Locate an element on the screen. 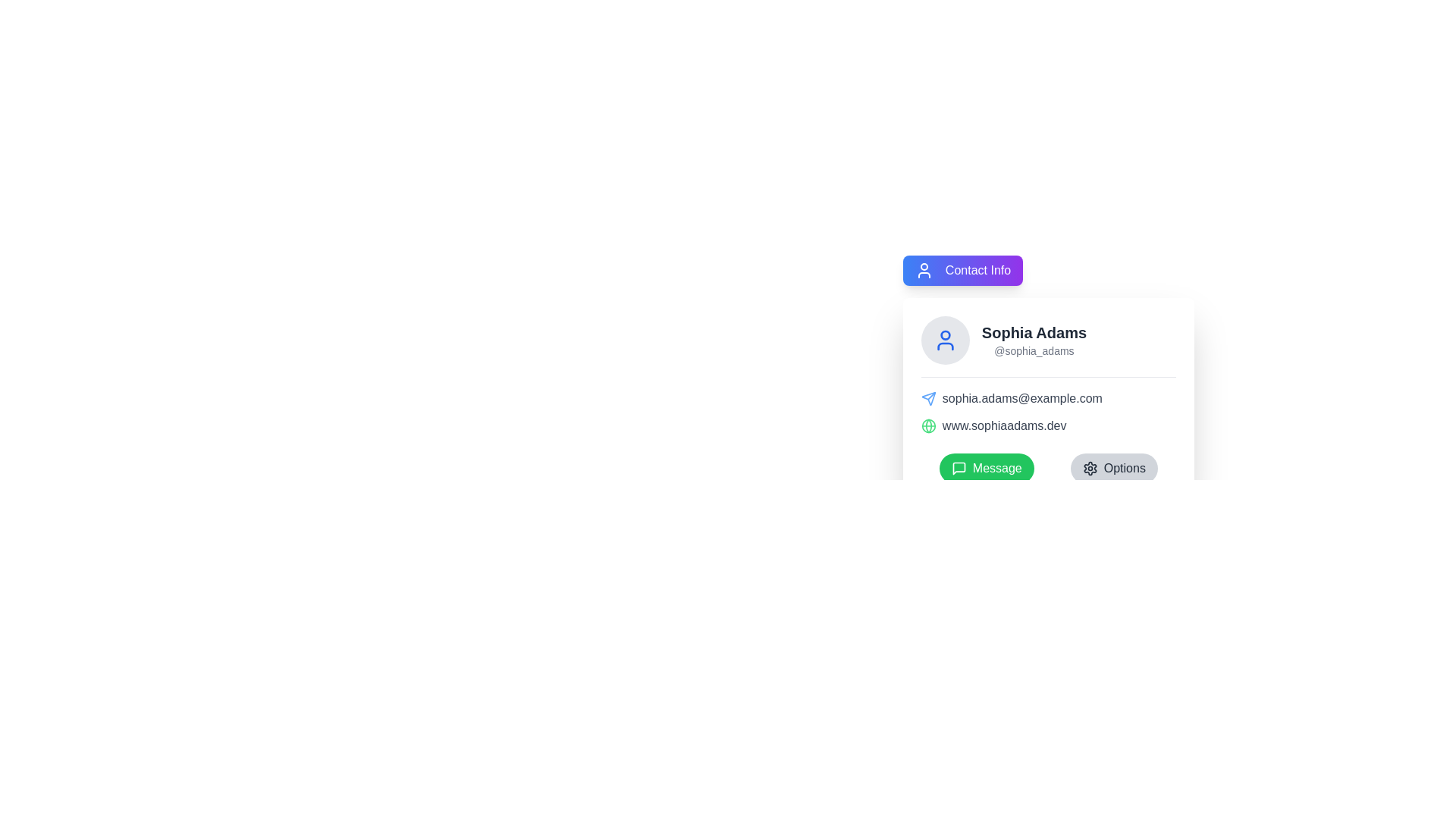 The image size is (1456, 819). the green 'Message' button with a speech bubble icon located at the bottom of the user information card to observe any hover-related feedback is located at coordinates (987, 467).